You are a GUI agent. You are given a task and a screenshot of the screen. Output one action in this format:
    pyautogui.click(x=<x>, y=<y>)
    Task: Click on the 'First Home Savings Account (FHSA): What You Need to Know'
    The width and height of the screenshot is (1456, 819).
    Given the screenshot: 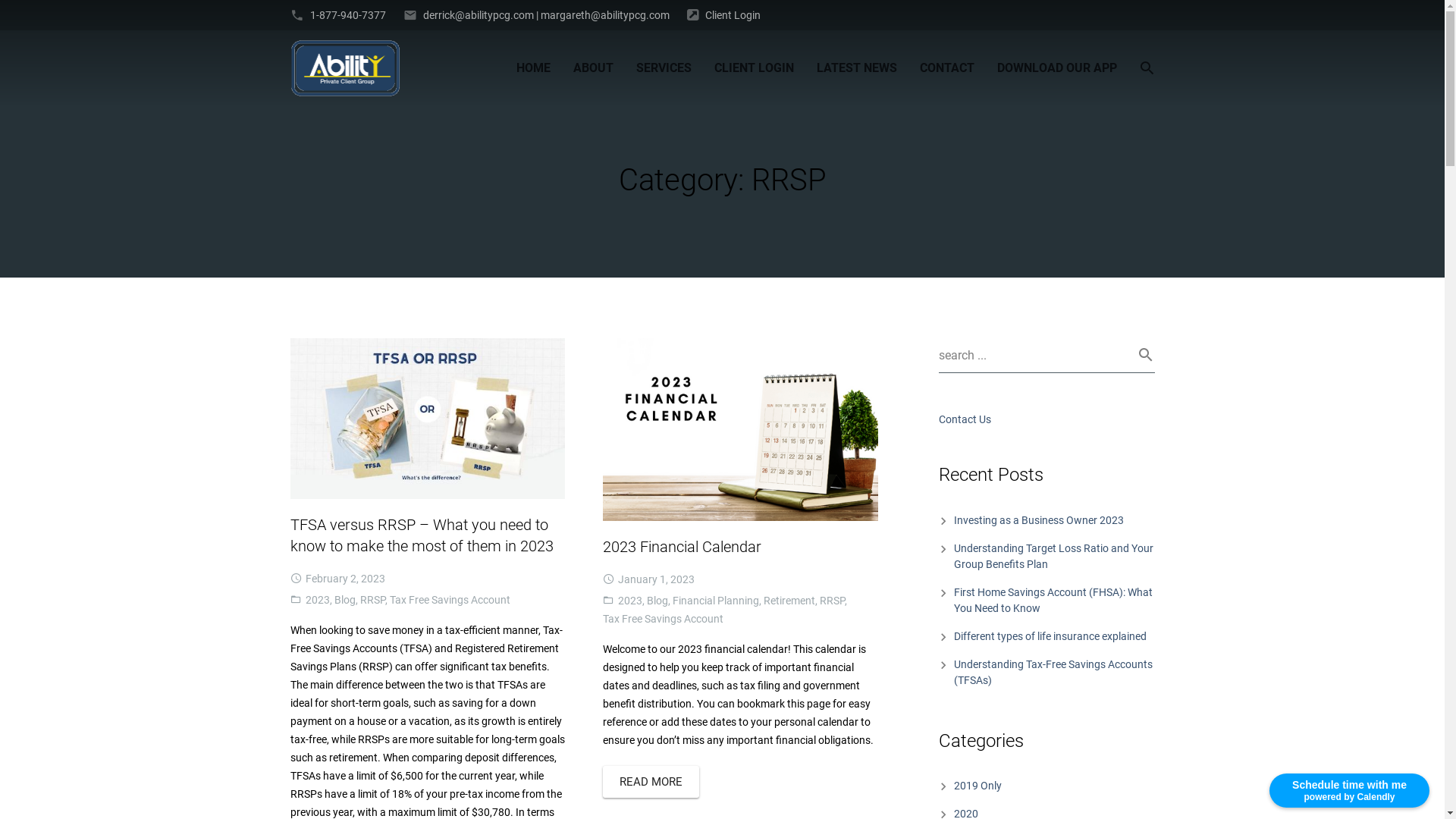 What is the action you would take?
    pyautogui.click(x=952, y=599)
    